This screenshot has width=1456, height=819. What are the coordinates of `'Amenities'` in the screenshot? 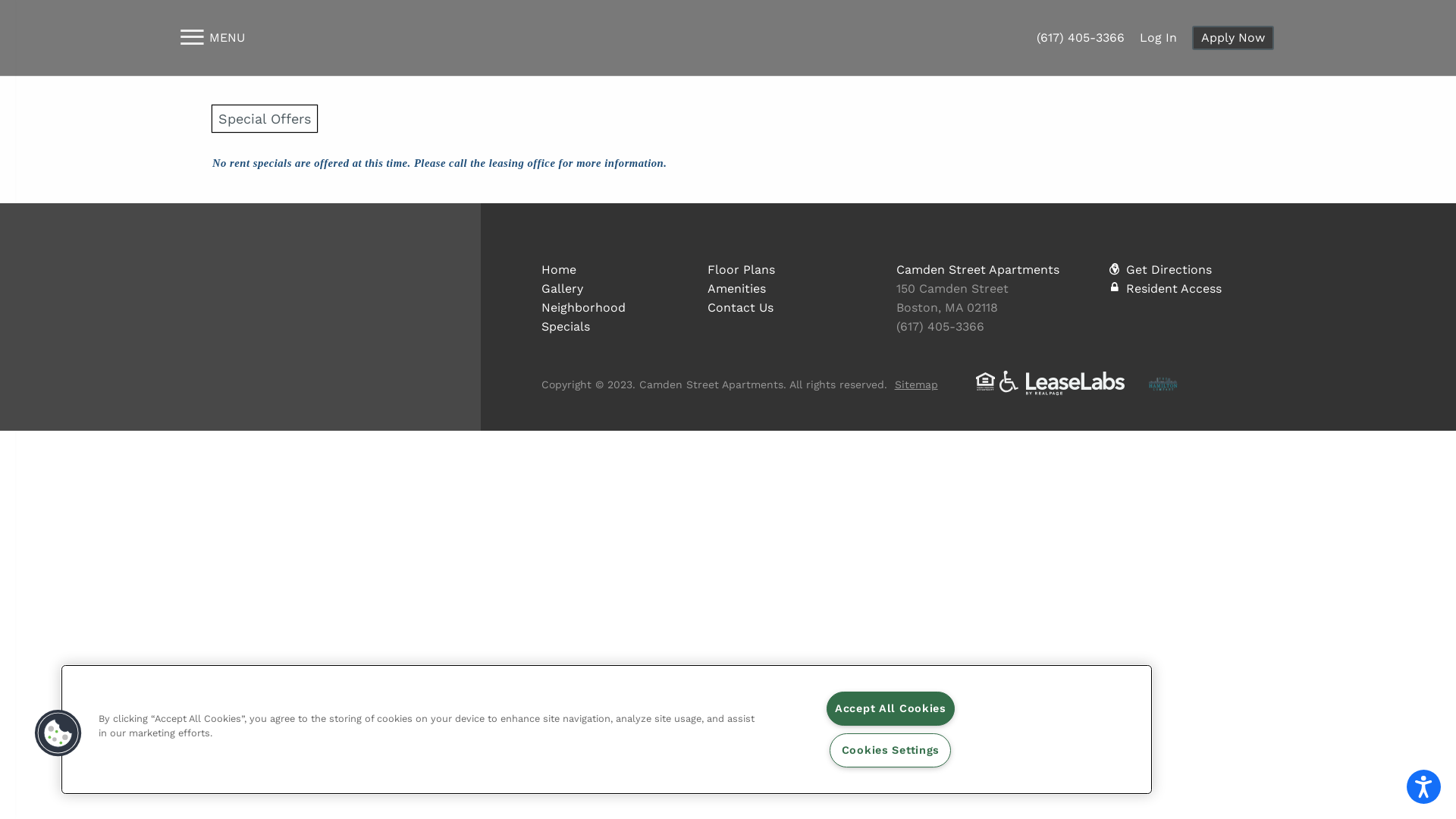 It's located at (736, 288).